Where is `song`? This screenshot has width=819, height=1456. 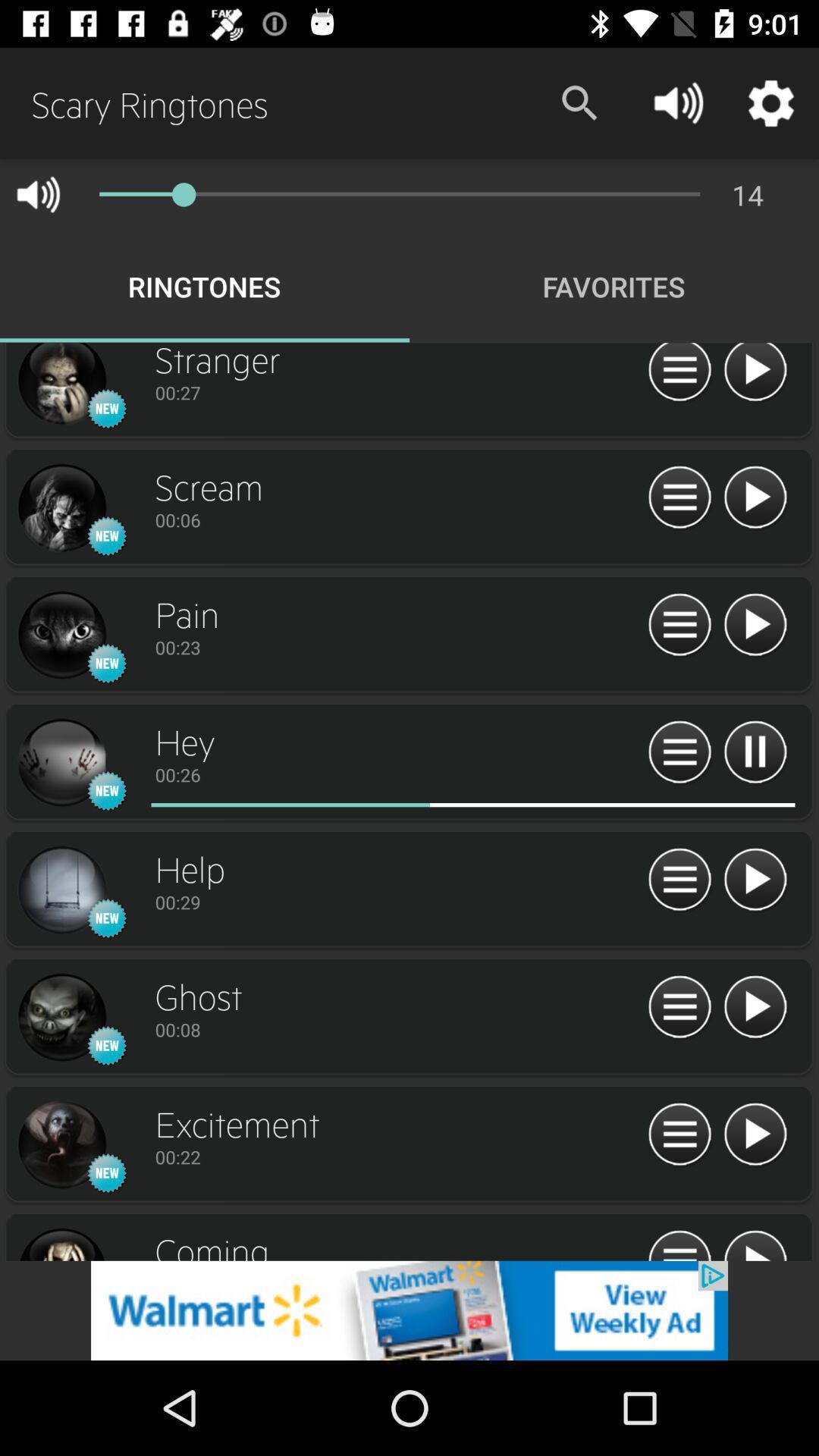 song is located at coordinates (755, 1244).